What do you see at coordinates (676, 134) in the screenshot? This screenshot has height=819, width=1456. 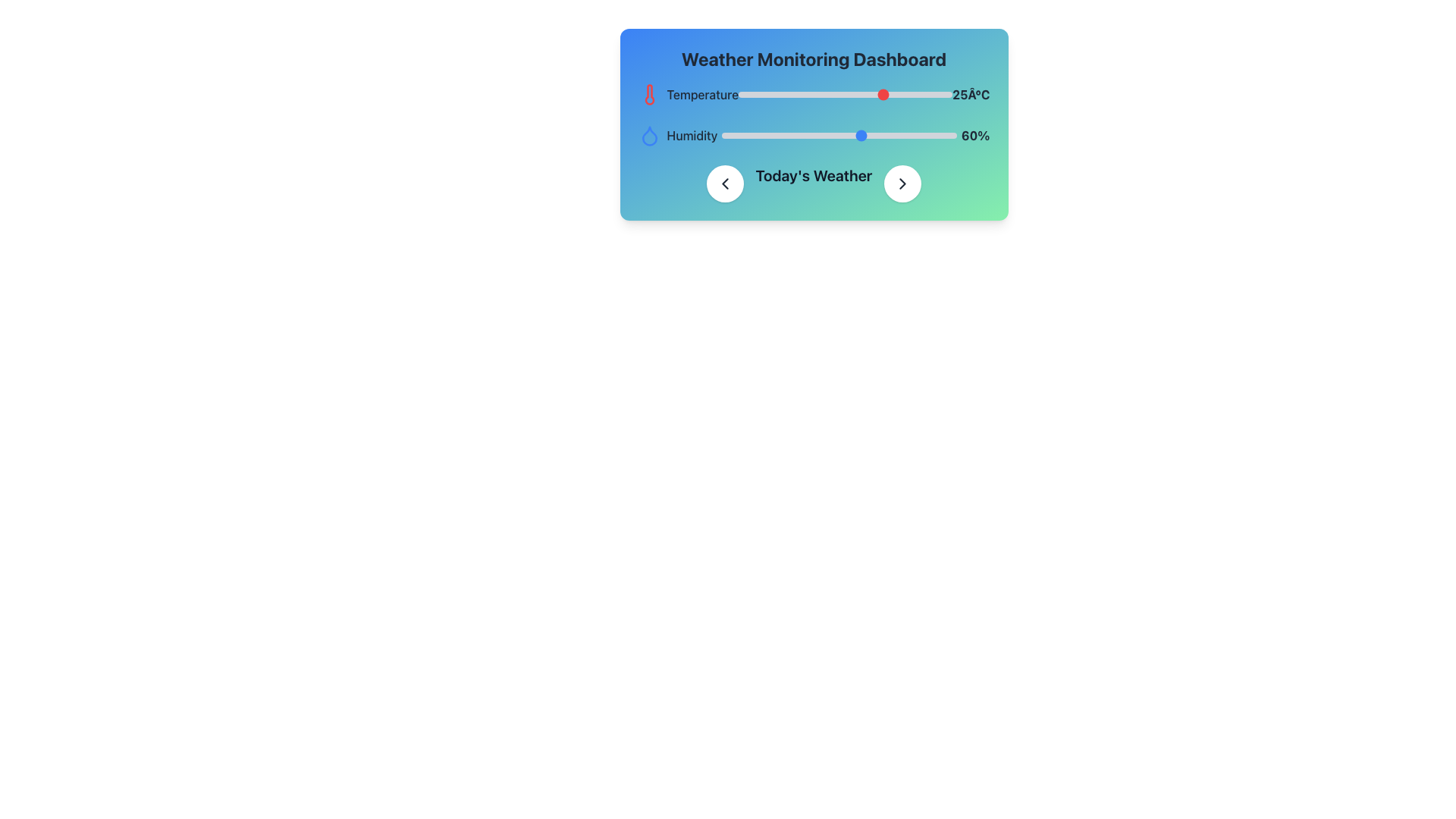 I see `the 'Humidity' label with the blue droplet icon, which is the first component in the humidity information section of the weather dashboard` at bounding box center [676, 134].